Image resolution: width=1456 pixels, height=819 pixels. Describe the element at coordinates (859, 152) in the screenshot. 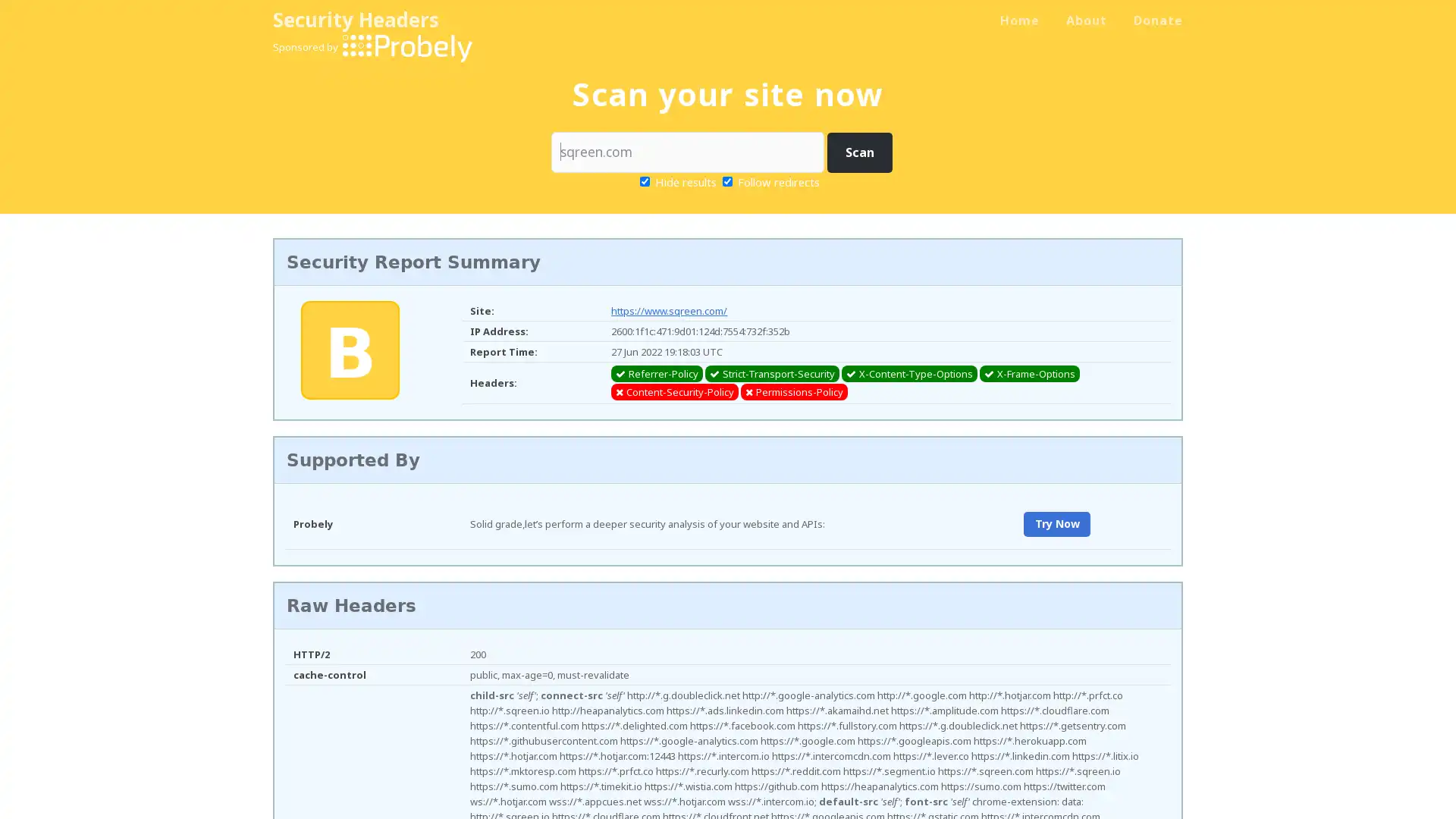

I see `Scan` at that location.